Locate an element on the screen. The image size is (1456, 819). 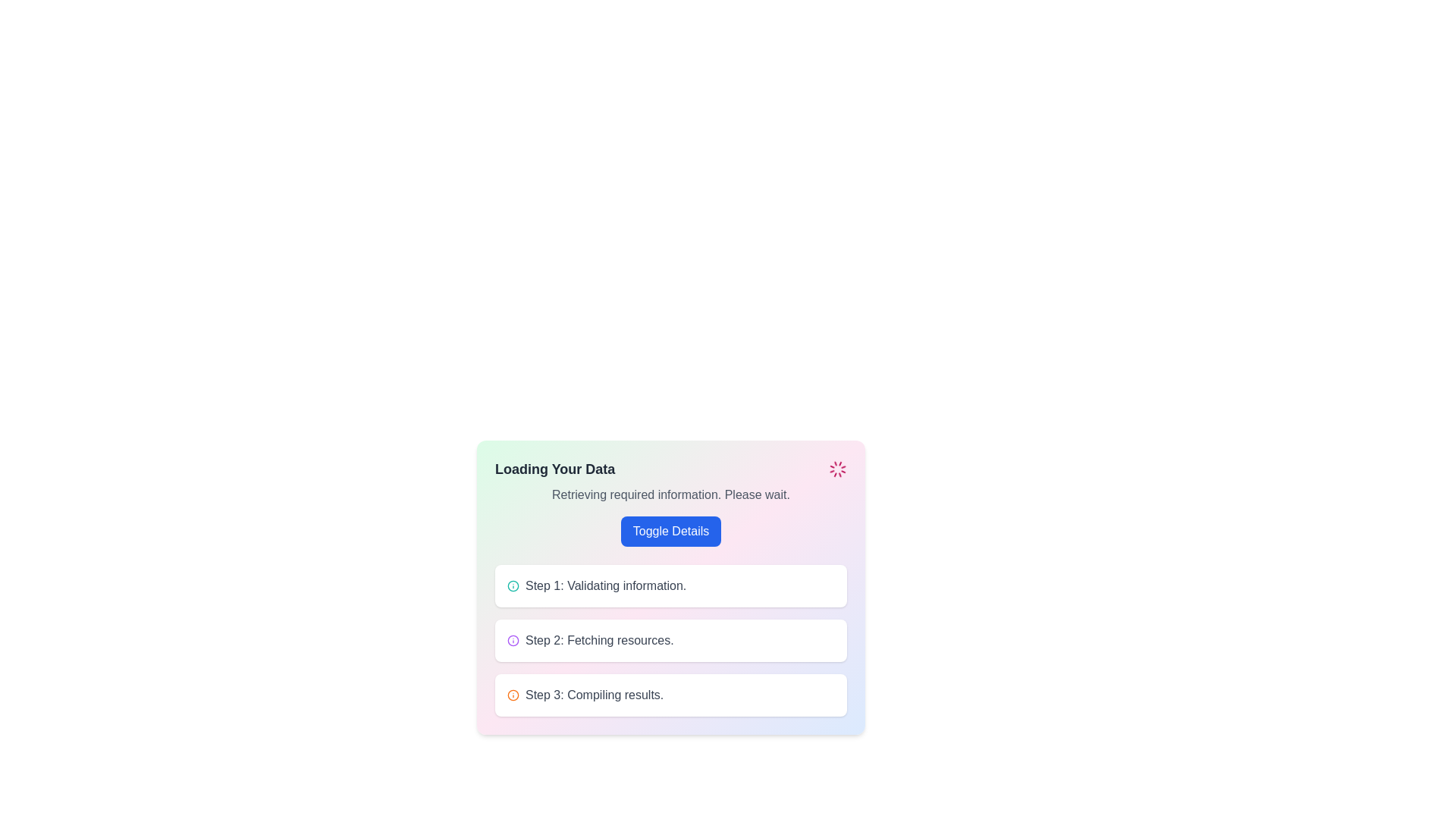
the individual icons for the three steps in the process: 'Step 1: Validating information', 'Step 2: Fetching resources', and 'Step 3: Compiling results', which are enclosed in white rounded rectangular boxes and located within a card near the bottom, beneath the 'Toggle Details' button is located at coordinates (670, 640).